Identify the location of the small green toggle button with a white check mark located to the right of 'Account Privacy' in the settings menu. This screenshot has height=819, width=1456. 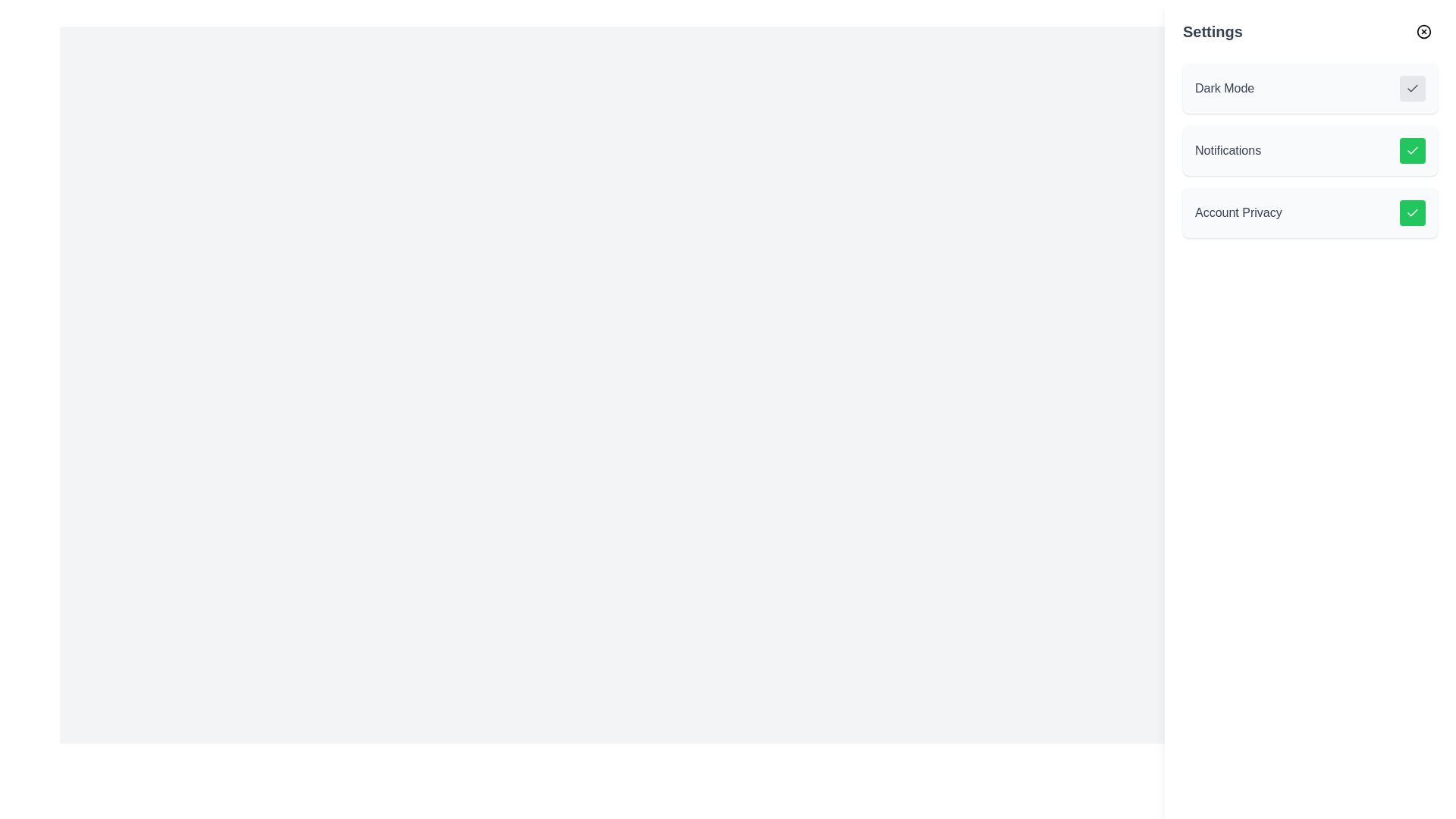
(1411, 213).